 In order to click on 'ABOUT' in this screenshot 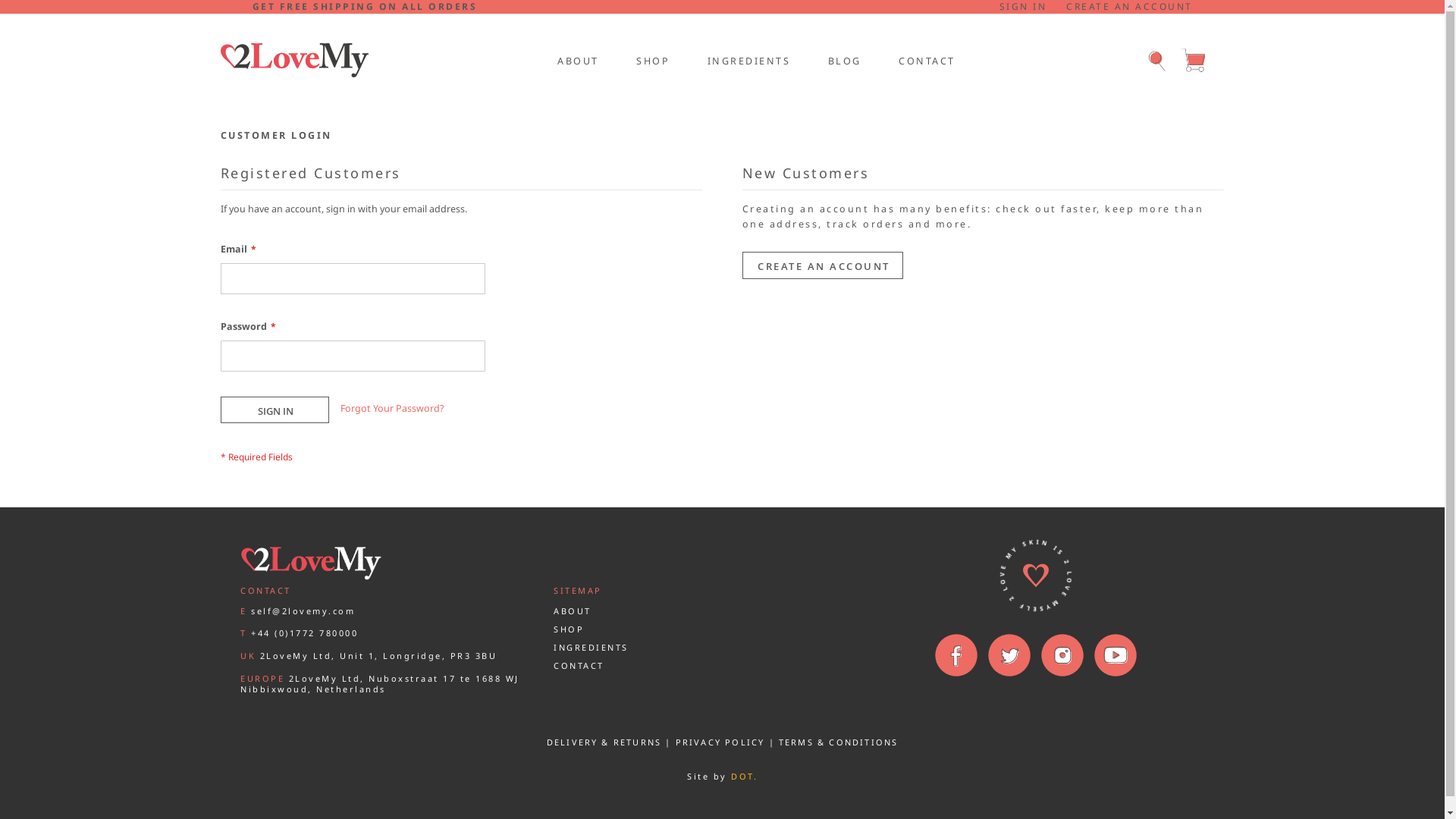, I will do `click(571, 610)`.